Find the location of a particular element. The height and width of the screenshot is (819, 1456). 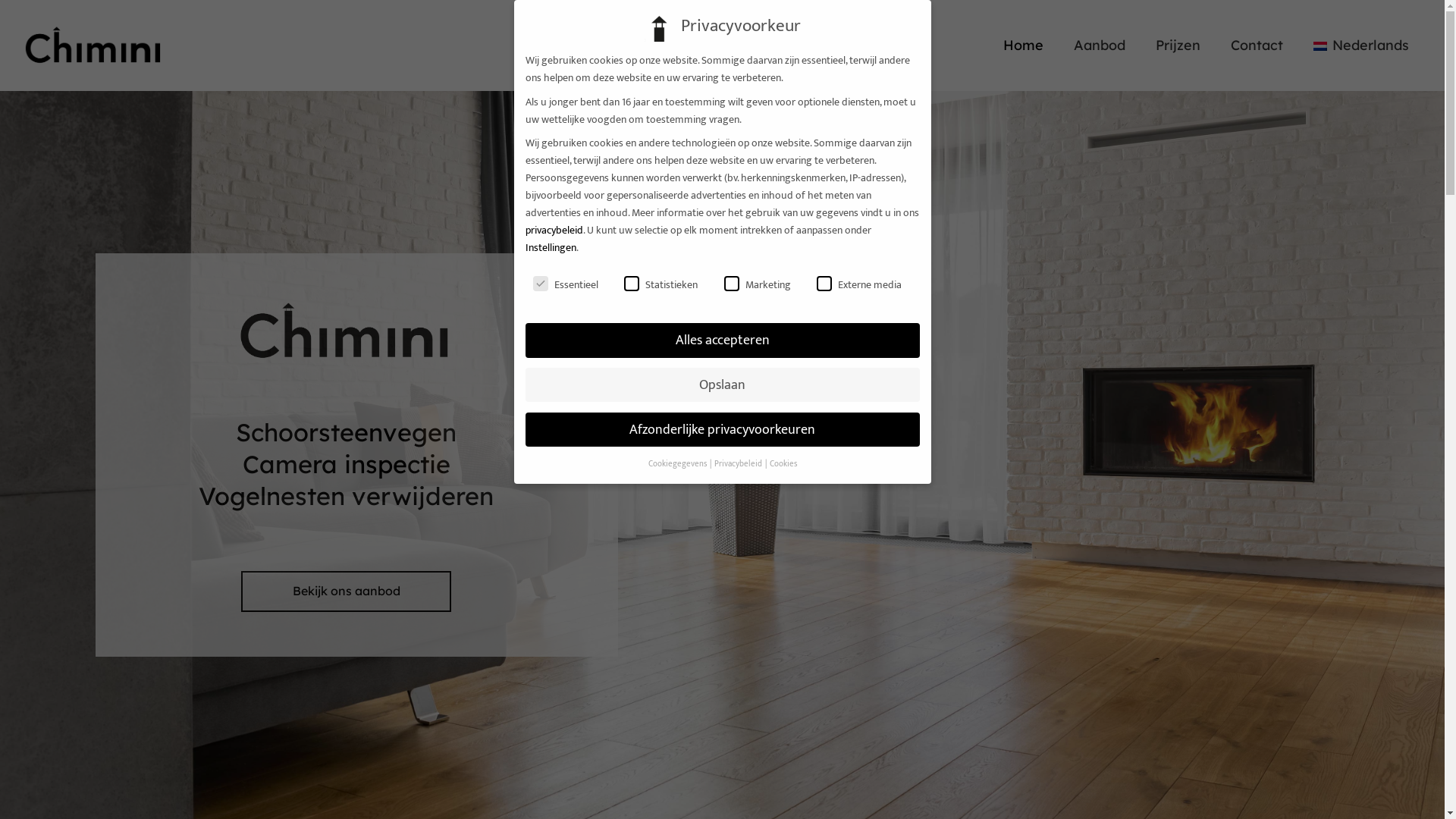

'privacybeleid' is located at coordinates (552, 230).